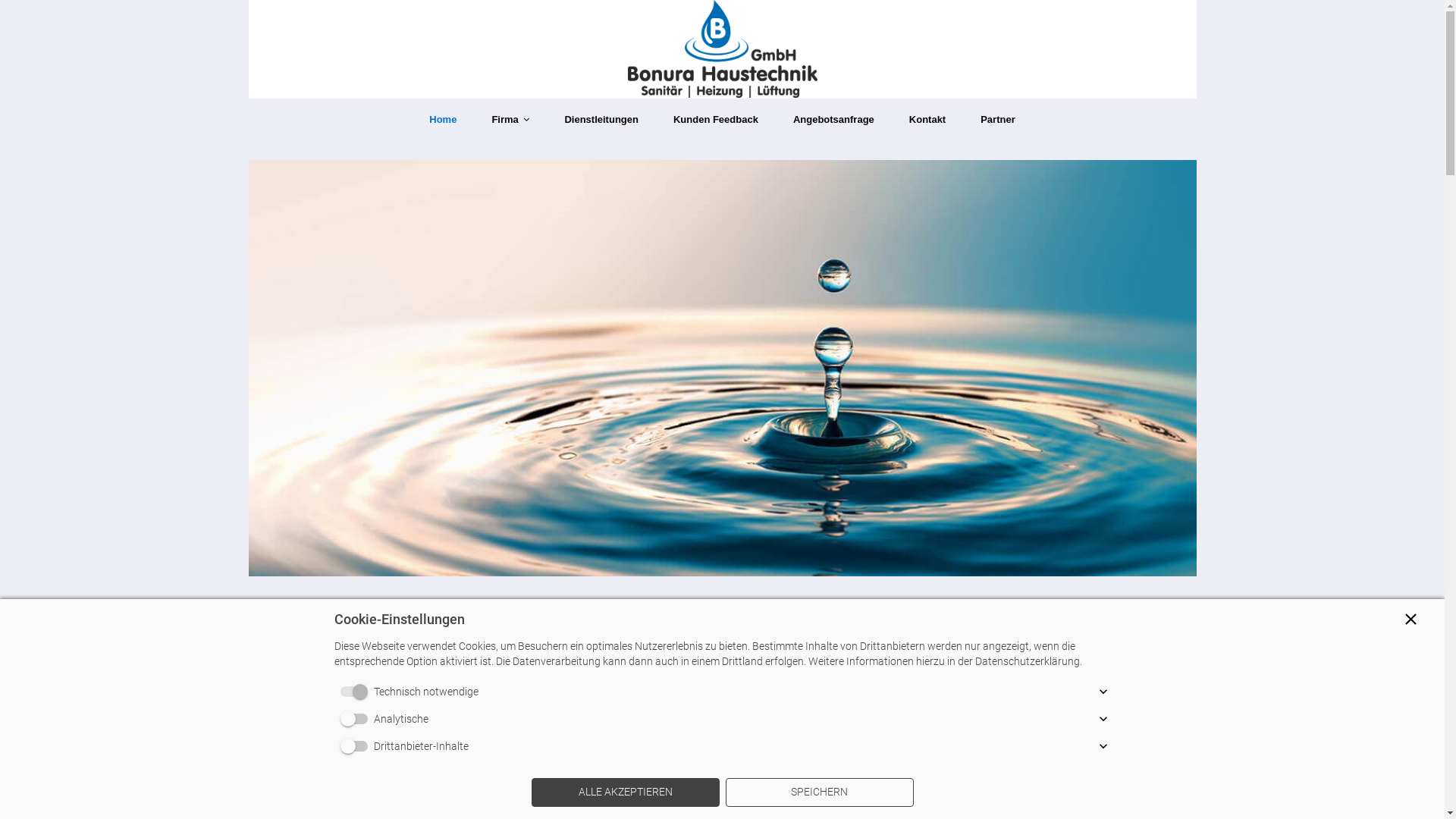  I want to click on 'Kontakt', so click(927, 118).